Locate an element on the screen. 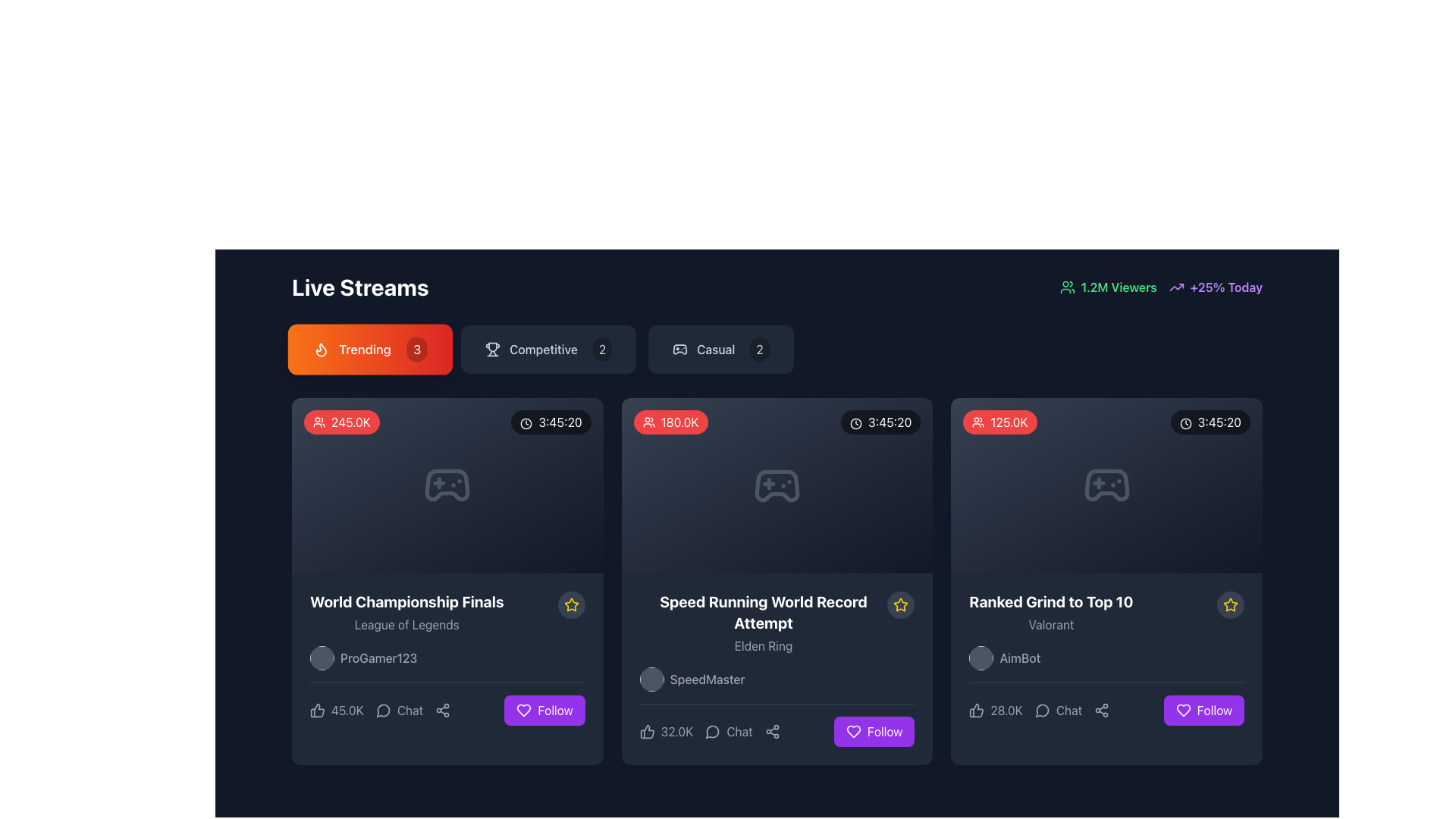 This screenshot has height=819, width=1456. text content of the title and subtitle in the third live stream card, which describes the stream as 'Ranked Grind to Top 10' and the game as 'Valorant' is located at coordinates (1050, 611).